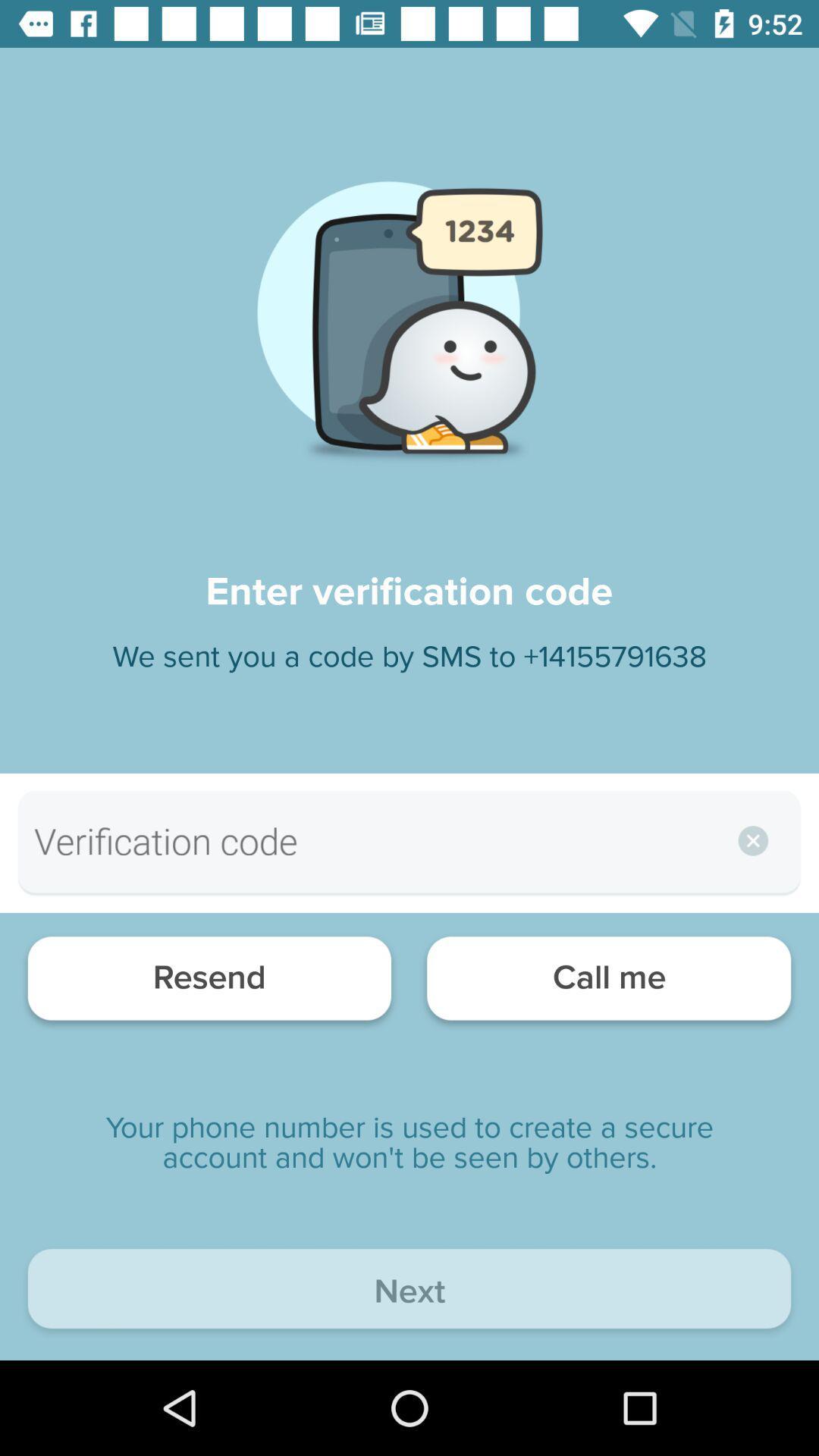 This screenshot has height=1456, width=819. I want to click on item next to the call me, so click(209, 982).